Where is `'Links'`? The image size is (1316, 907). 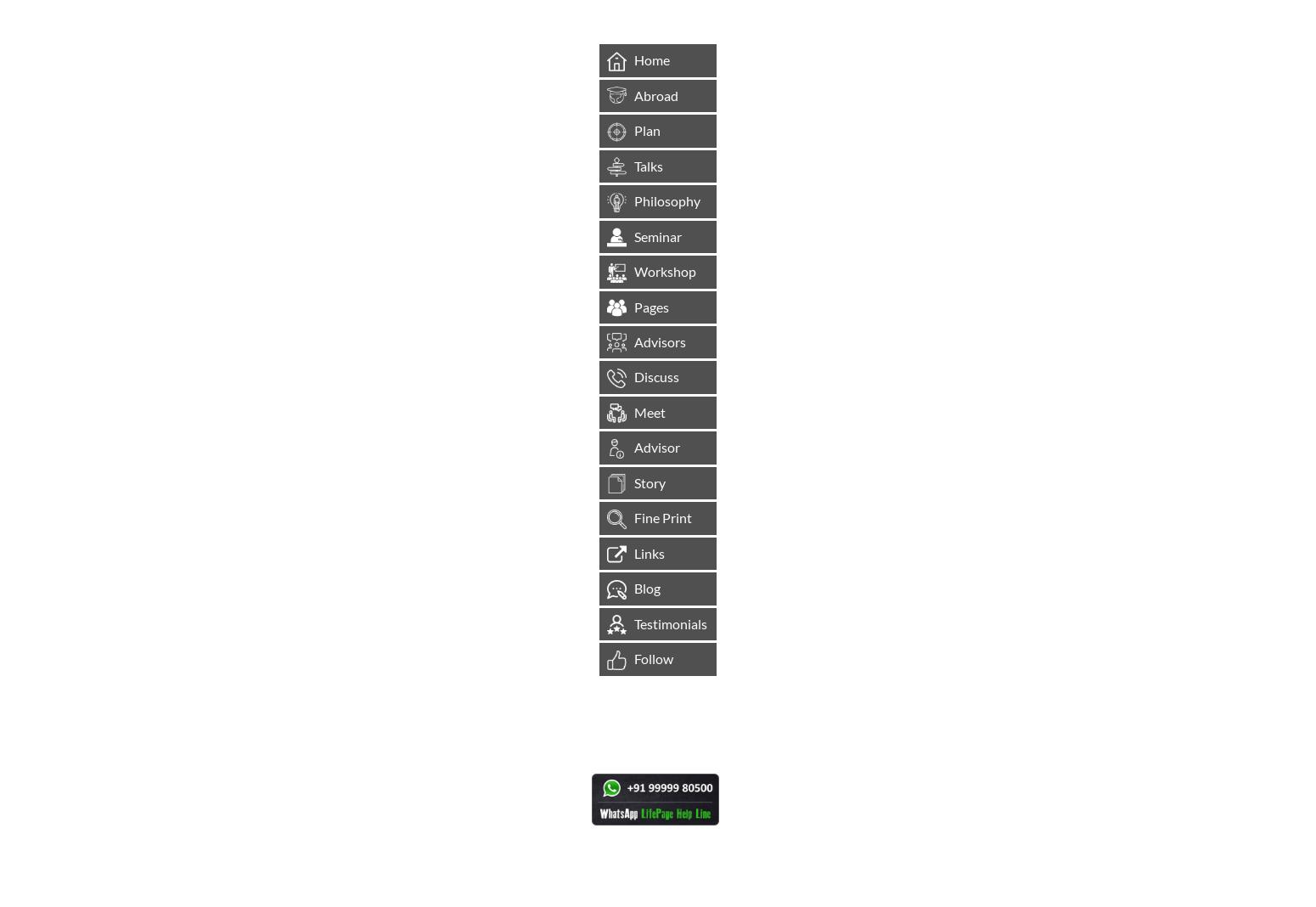 'Links' is located at coordinates (629, 551).